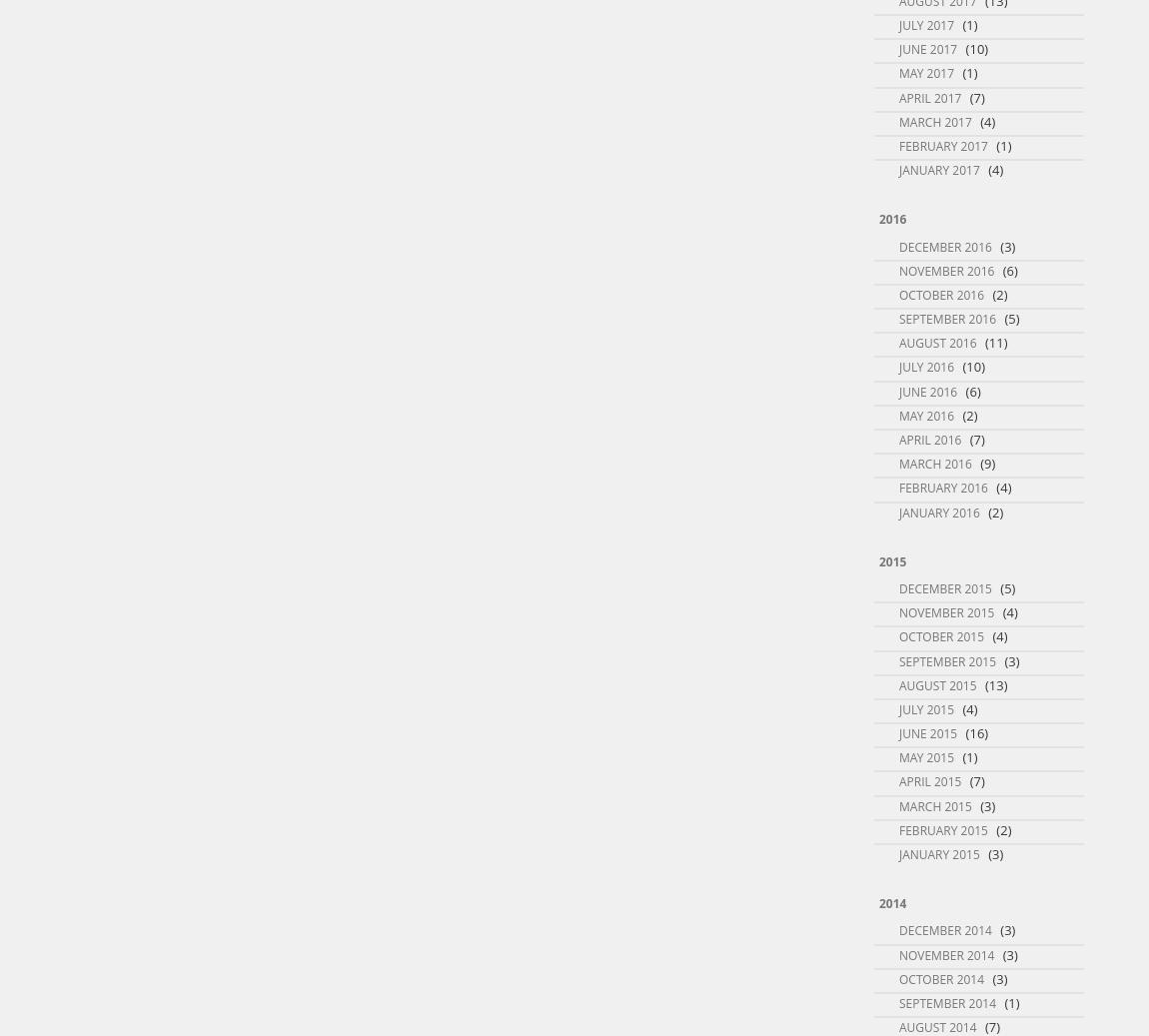 The image size is (1149, 1036). What do you see at coordinates (926, 24) in the screenshot?
I see `'July 2017'` at bounding box center [926, 24].